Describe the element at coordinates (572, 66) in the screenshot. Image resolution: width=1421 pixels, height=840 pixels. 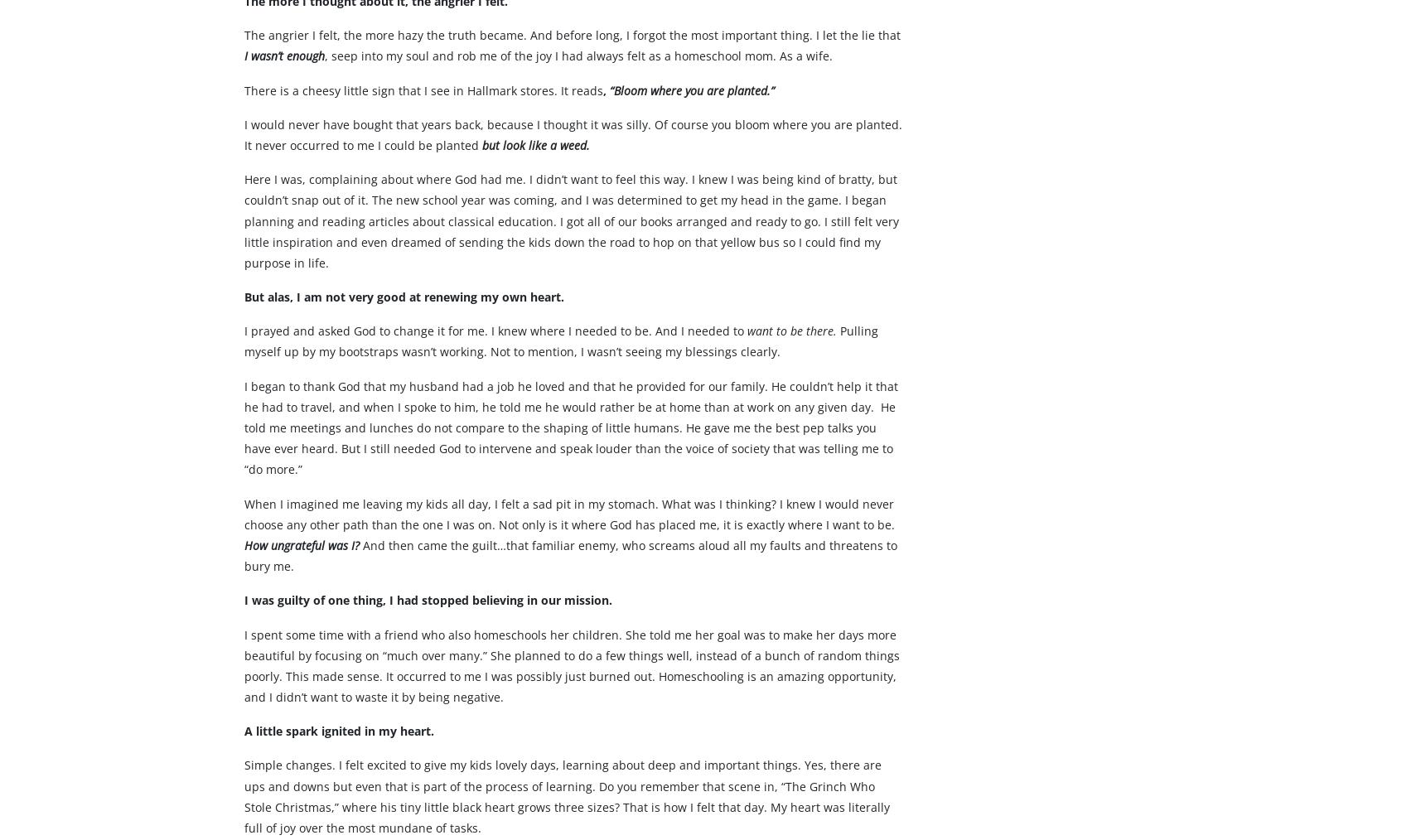
I see `'The angrier I felt, the more hazy the truth became. And before long, I forgot the most important thing. I let the lie that'` at that location.